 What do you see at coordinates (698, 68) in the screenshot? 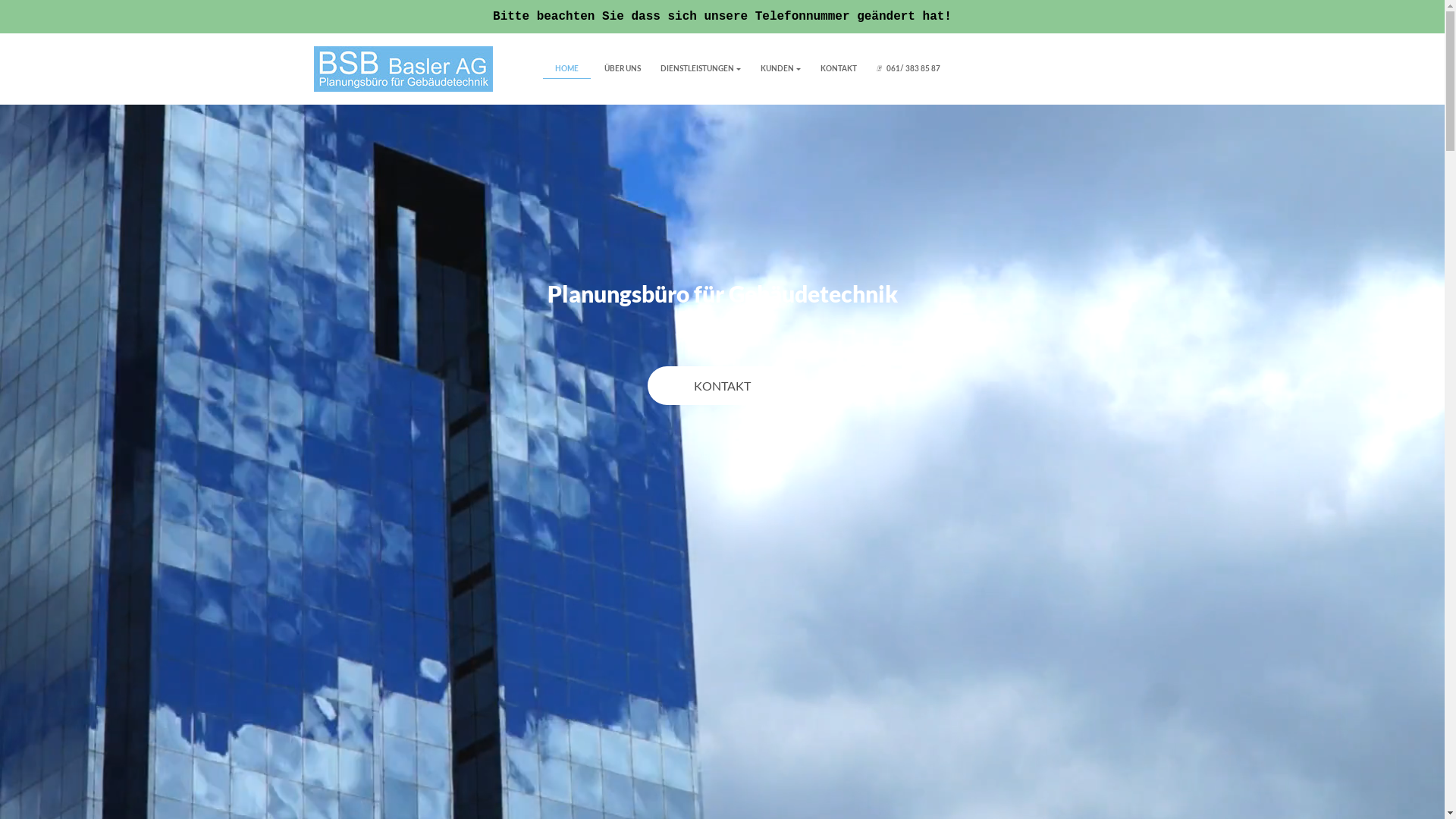
I see `'DIENSTLEISTUNGEN'` at bounding box center [698, 68].